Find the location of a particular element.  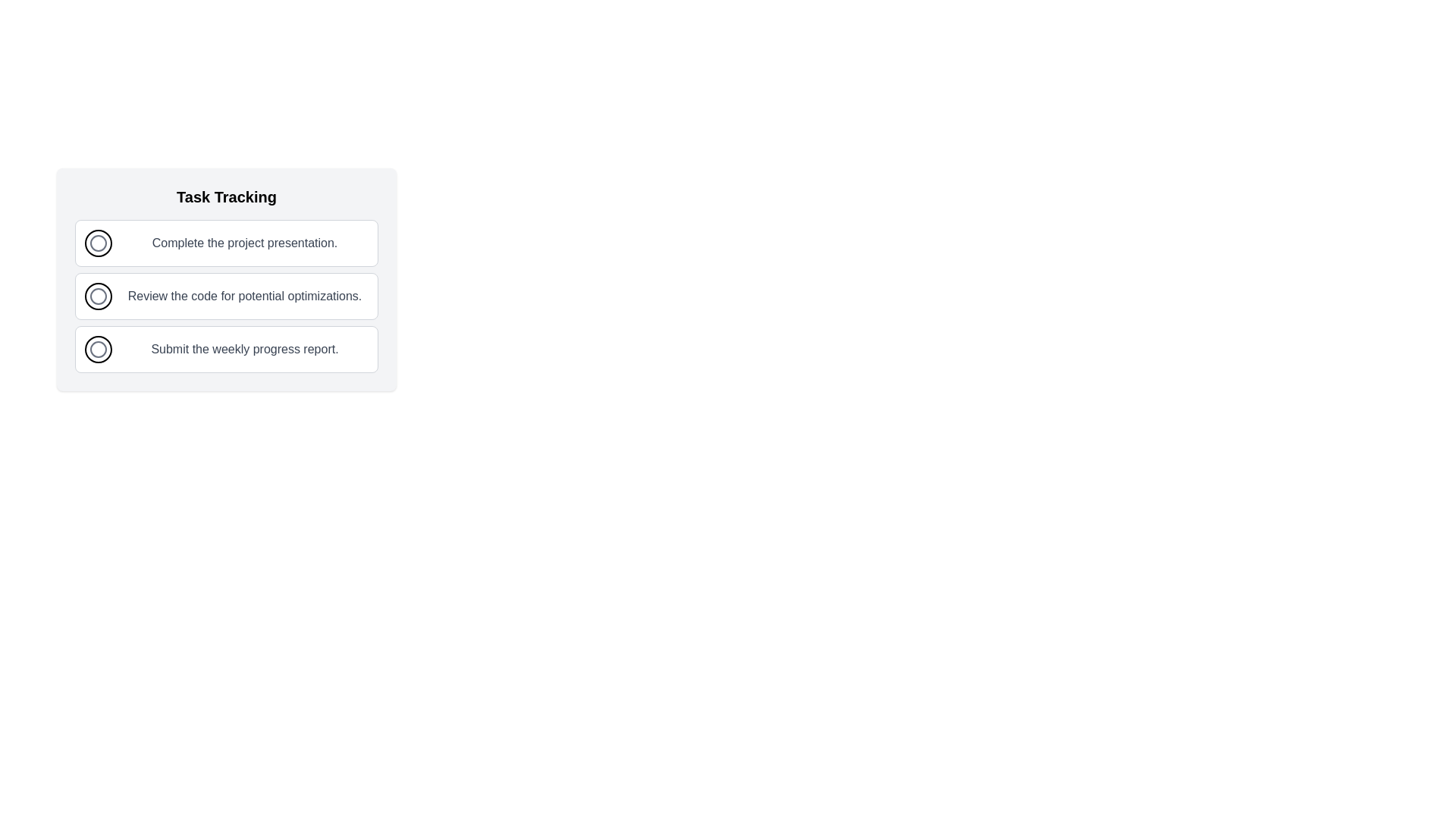

the circular icon with a gray outline located on the left side of the first list item in the 'Task Tracking' section, which is horizontally aligned with the text 'Complete the project presentation.' is located at coordinates (97, 242).